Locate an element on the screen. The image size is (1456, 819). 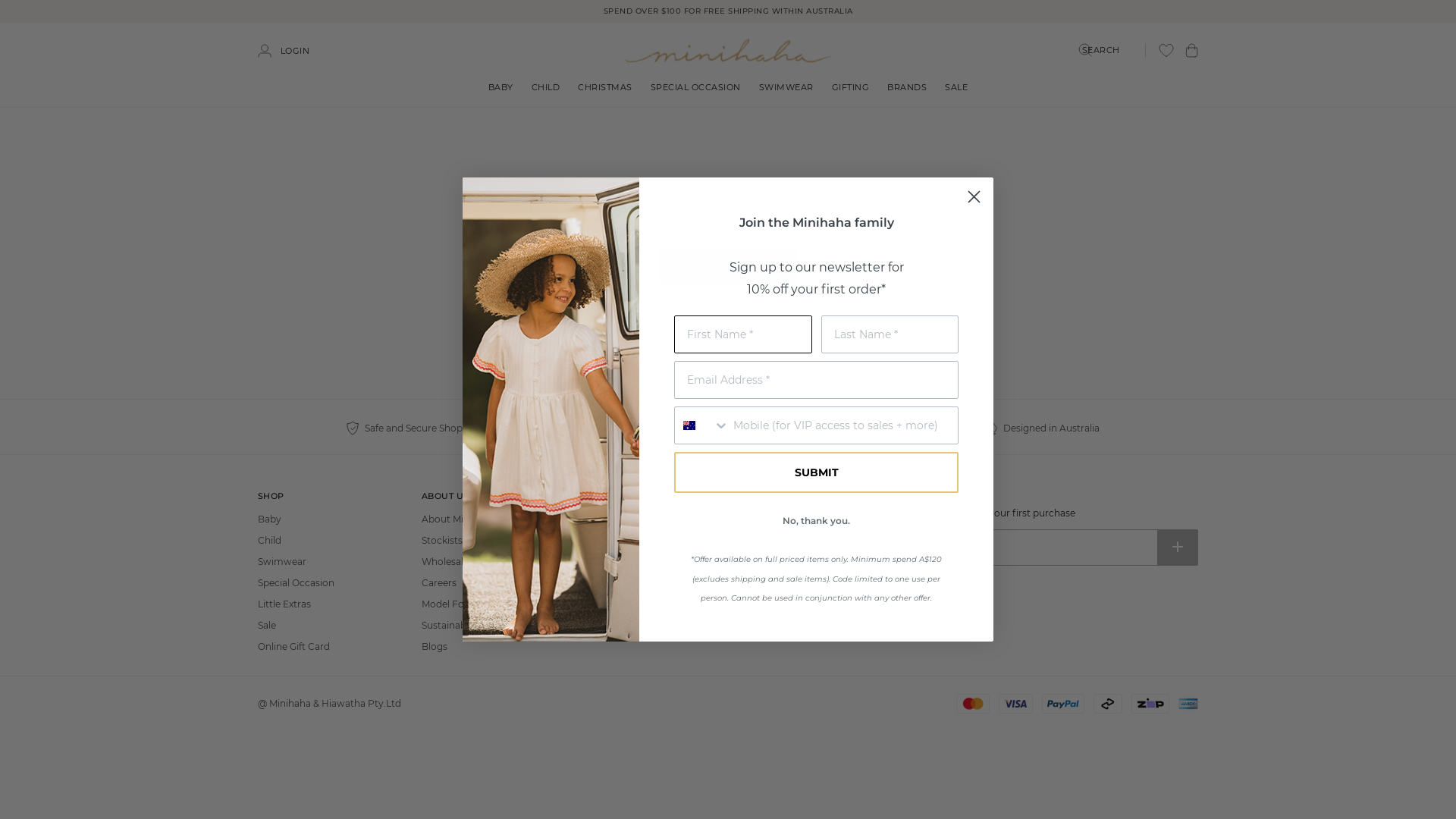
'Model Form' is located at coordinates (449, 603).